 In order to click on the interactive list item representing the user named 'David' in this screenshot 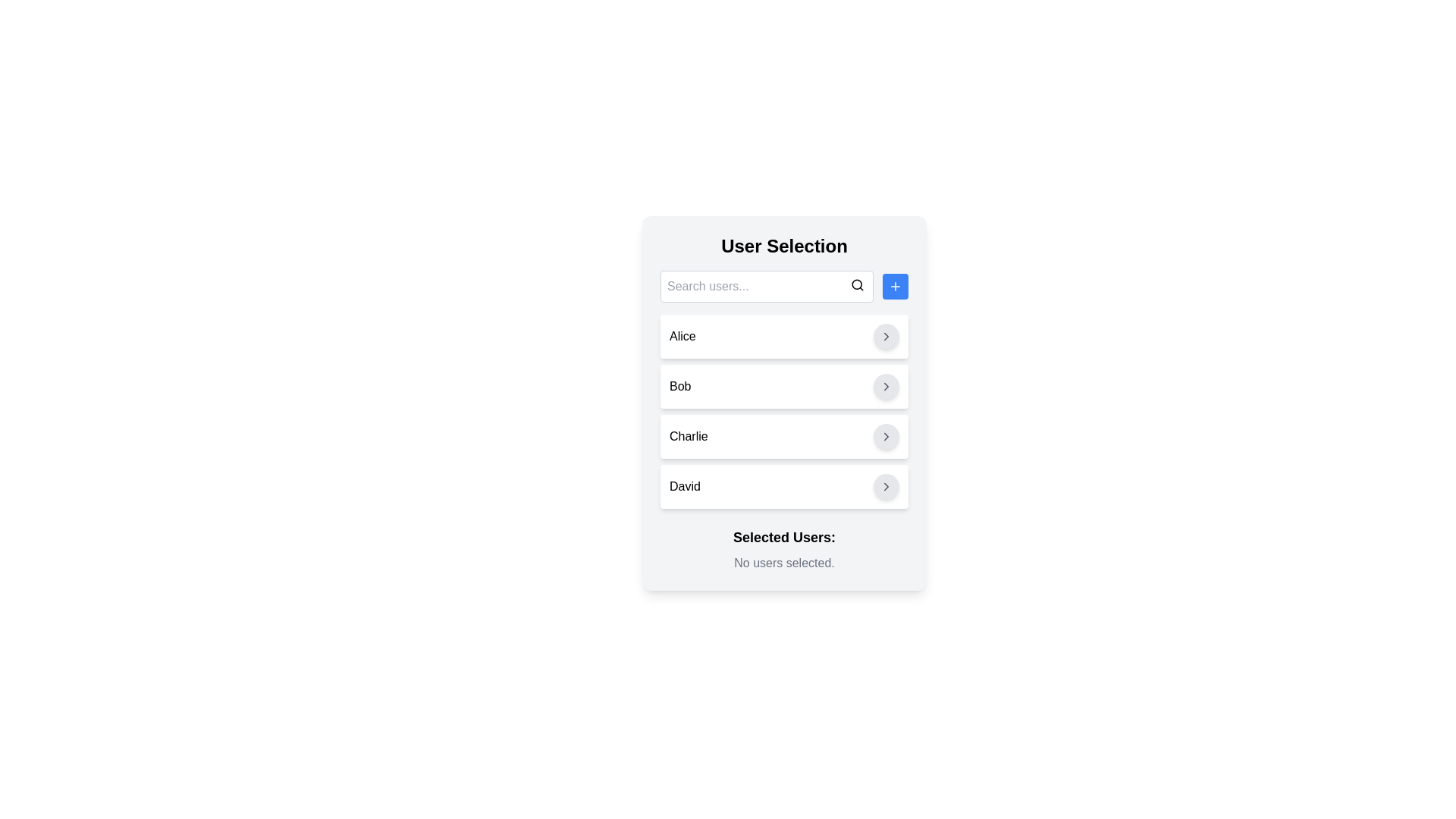, I will do `click(784, 486)`.